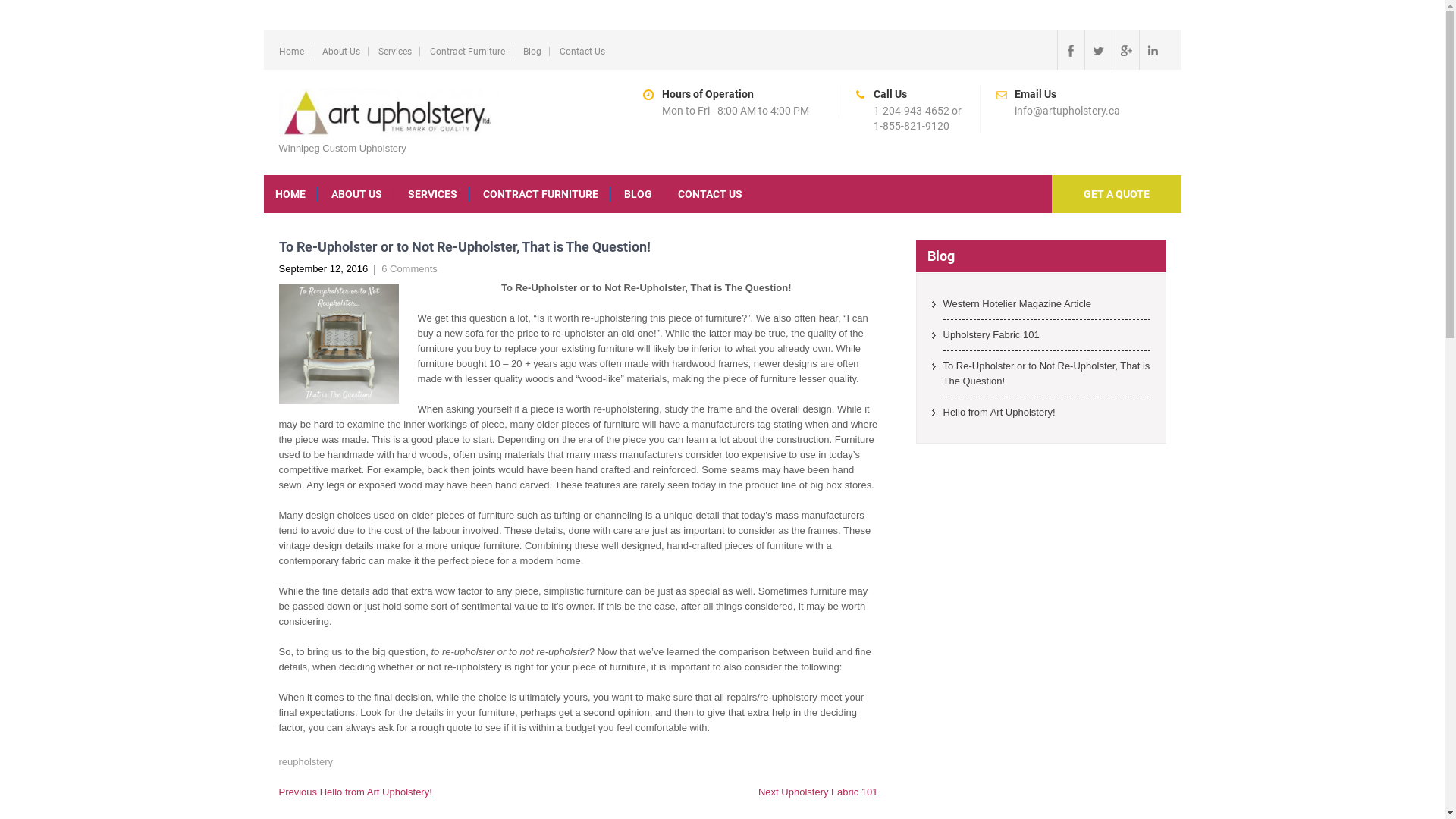 This screenshot has width=1456, height=819. Describe the element at coordinates (305, 761) in the screenshot. I see `'reupholstery'` at that location.